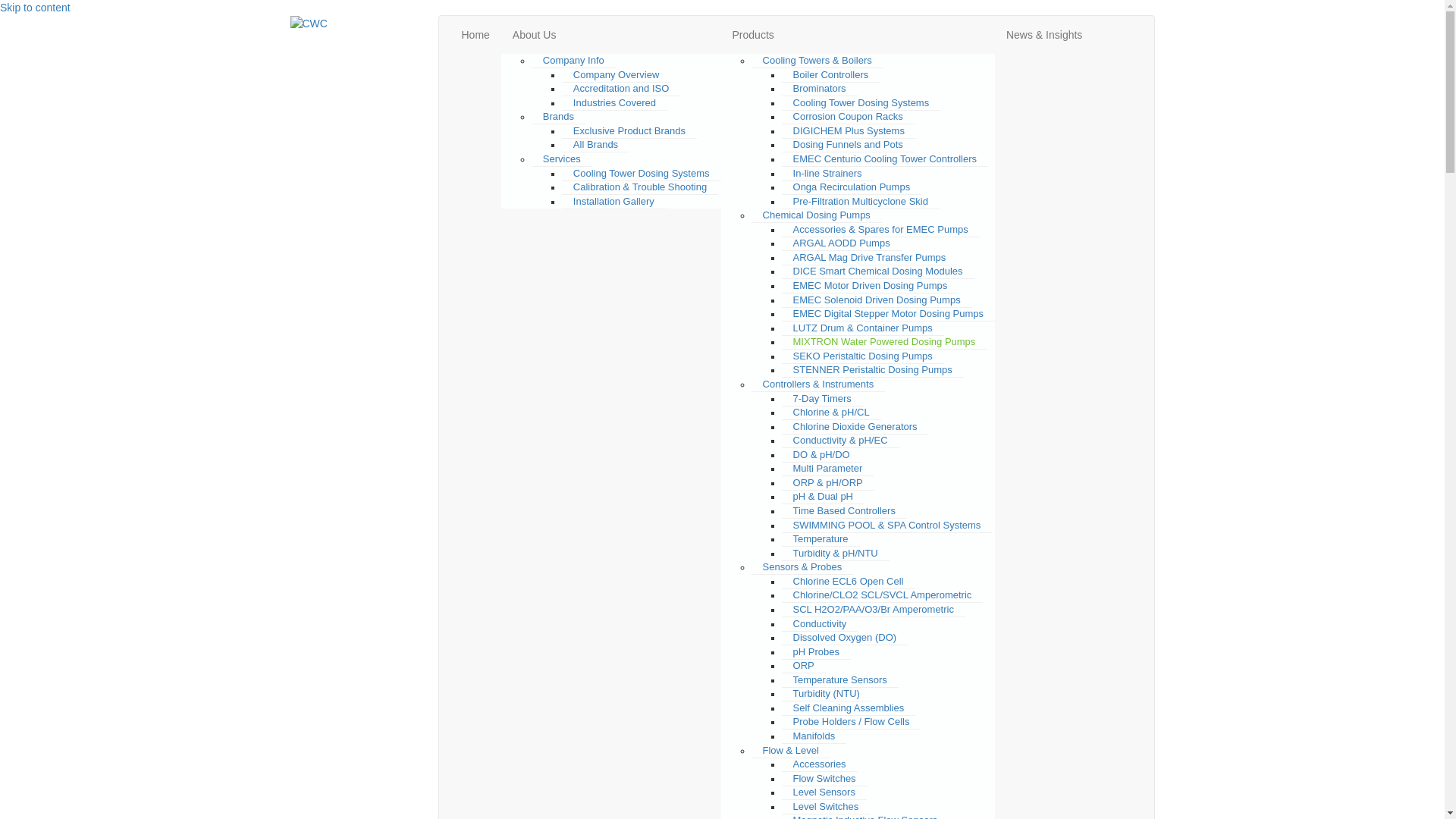 The image size is (1456, 819). I want to click on 'Chlorine & pH/CL', so click(830, 412).